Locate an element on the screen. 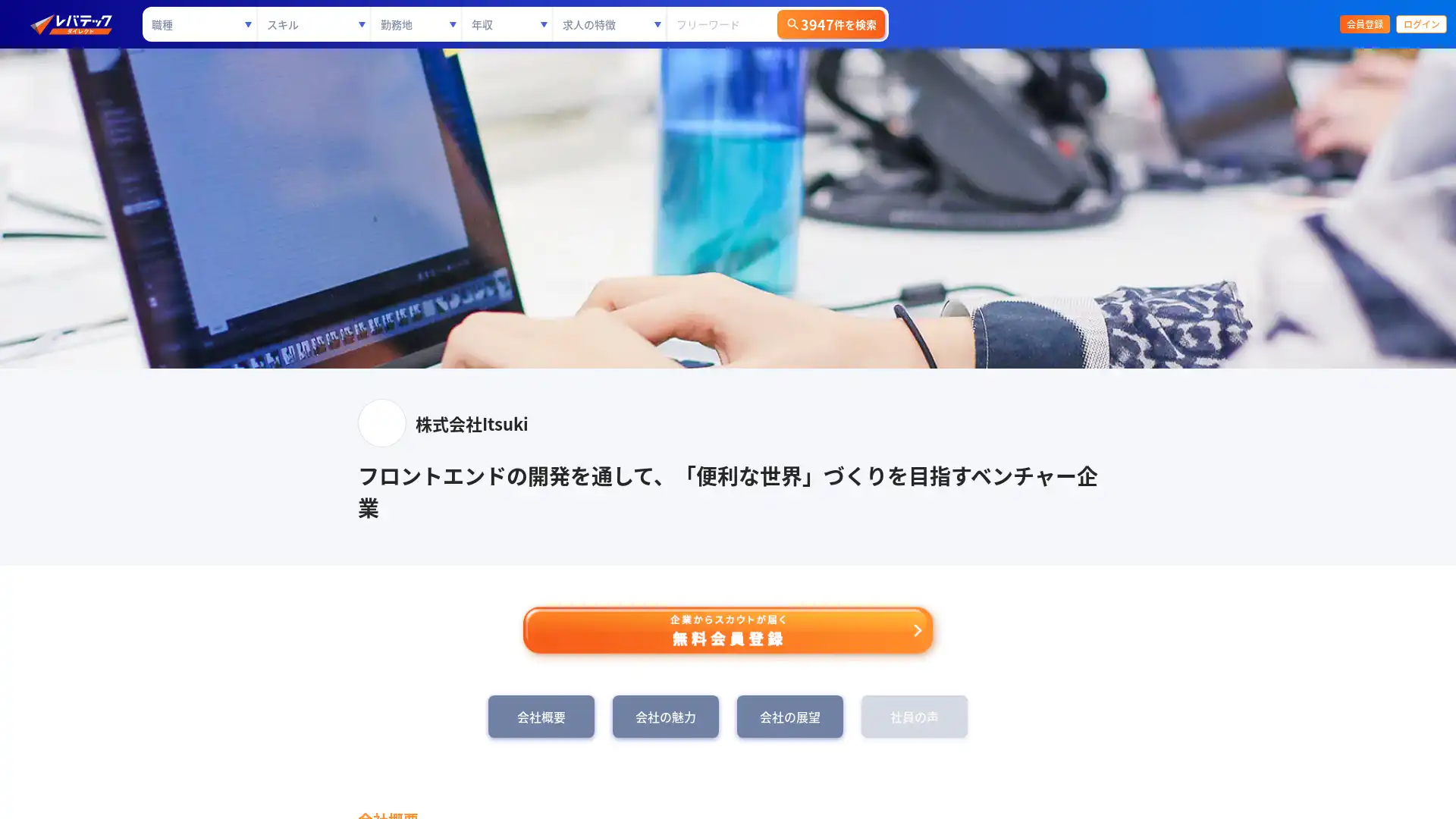 Image resolution: width=1456 pixels, height=819 pixels. 3947 is located at coordinates (830, 24).